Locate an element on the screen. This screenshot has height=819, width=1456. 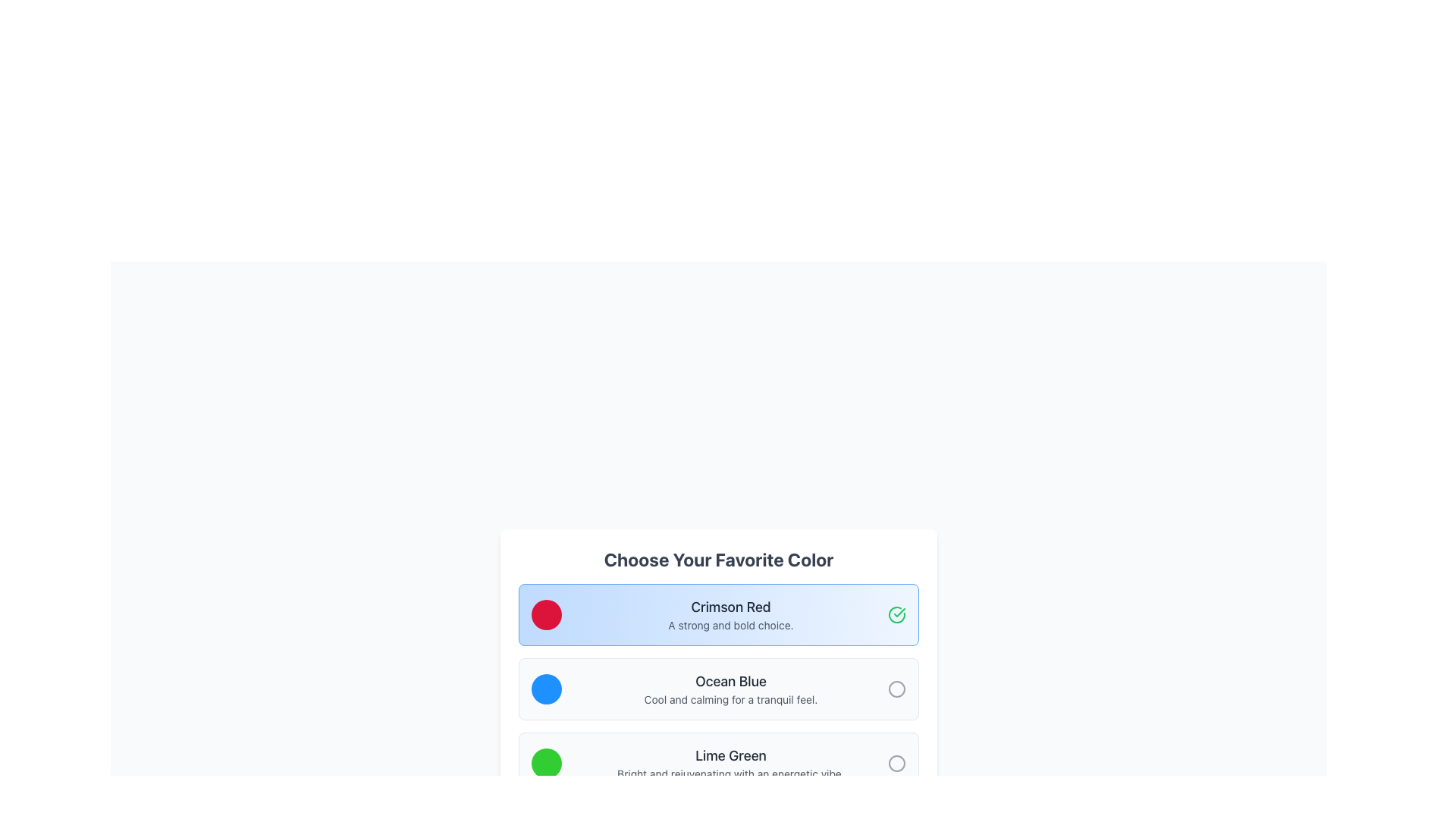
the circular checkbox indicator for the 'Ocean Blue' option is located at coordinates (896, 689).